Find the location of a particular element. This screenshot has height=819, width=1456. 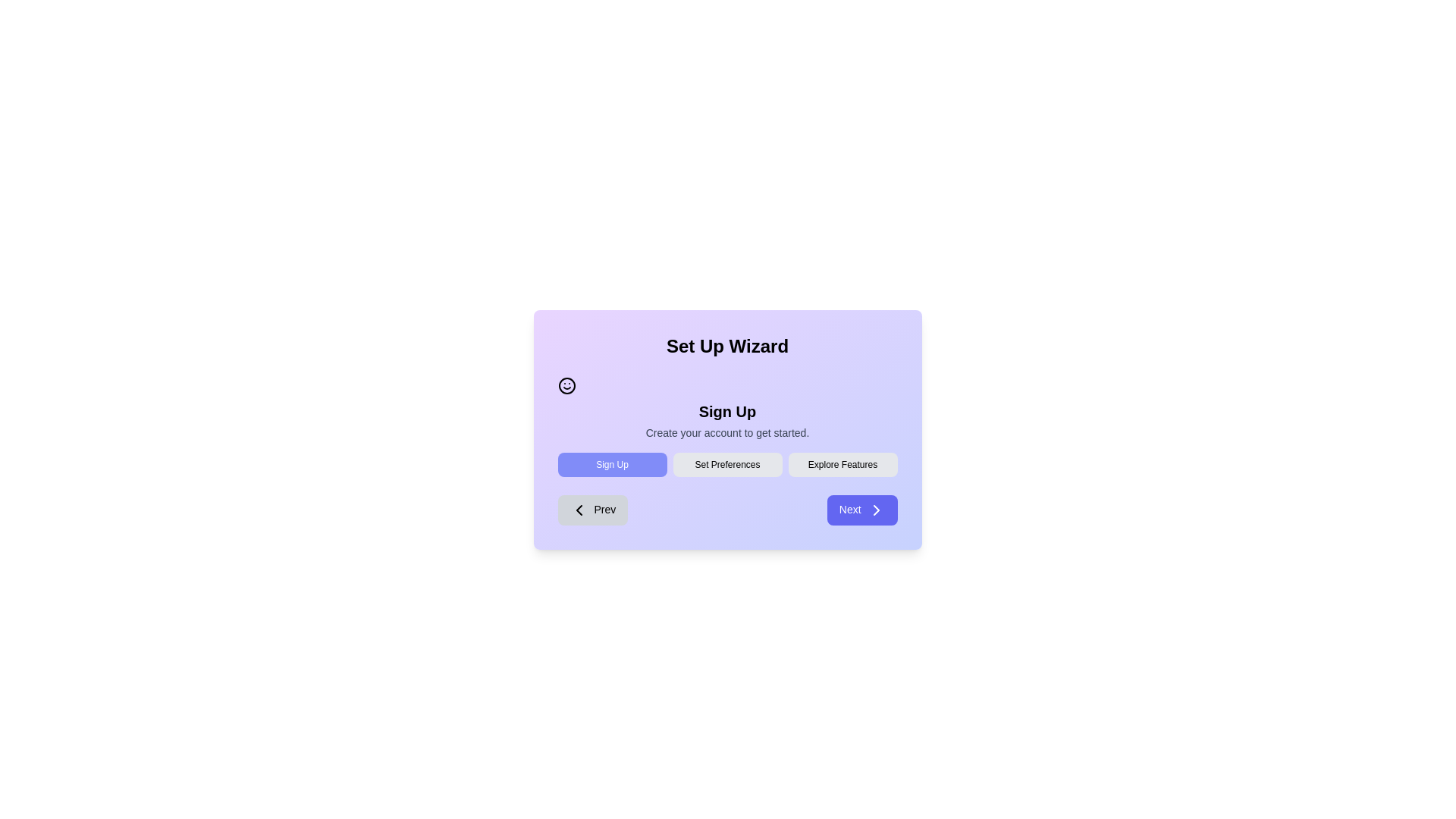

the right-pointing chevron icon is located at coordinates (876, 510).